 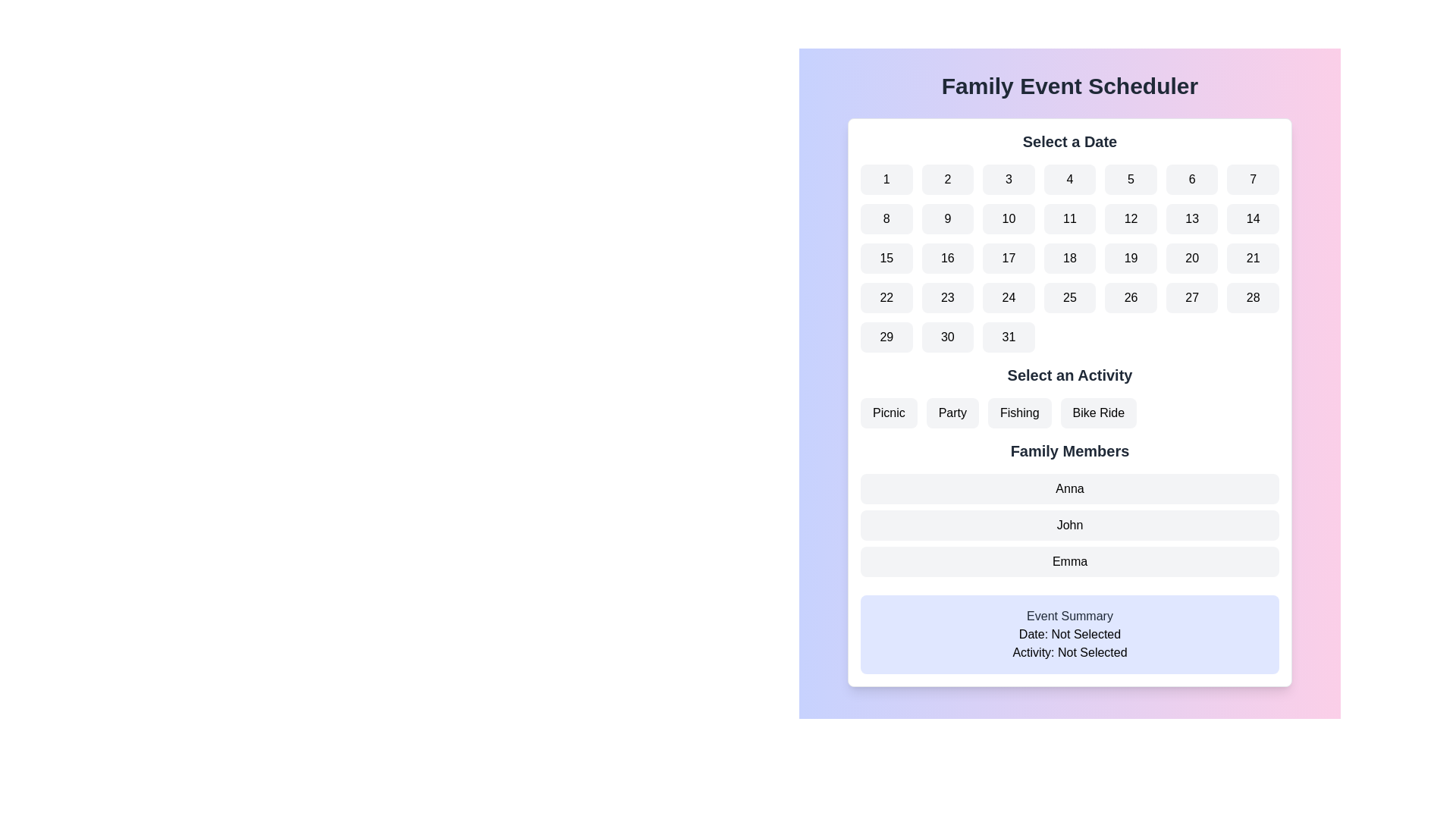 I want to click on the square button with a light gray rounded rectangular background that has the number '17' in bold black text, positioned in the third row and third column of a 7x5 grid, so click(x=1009, y=257).